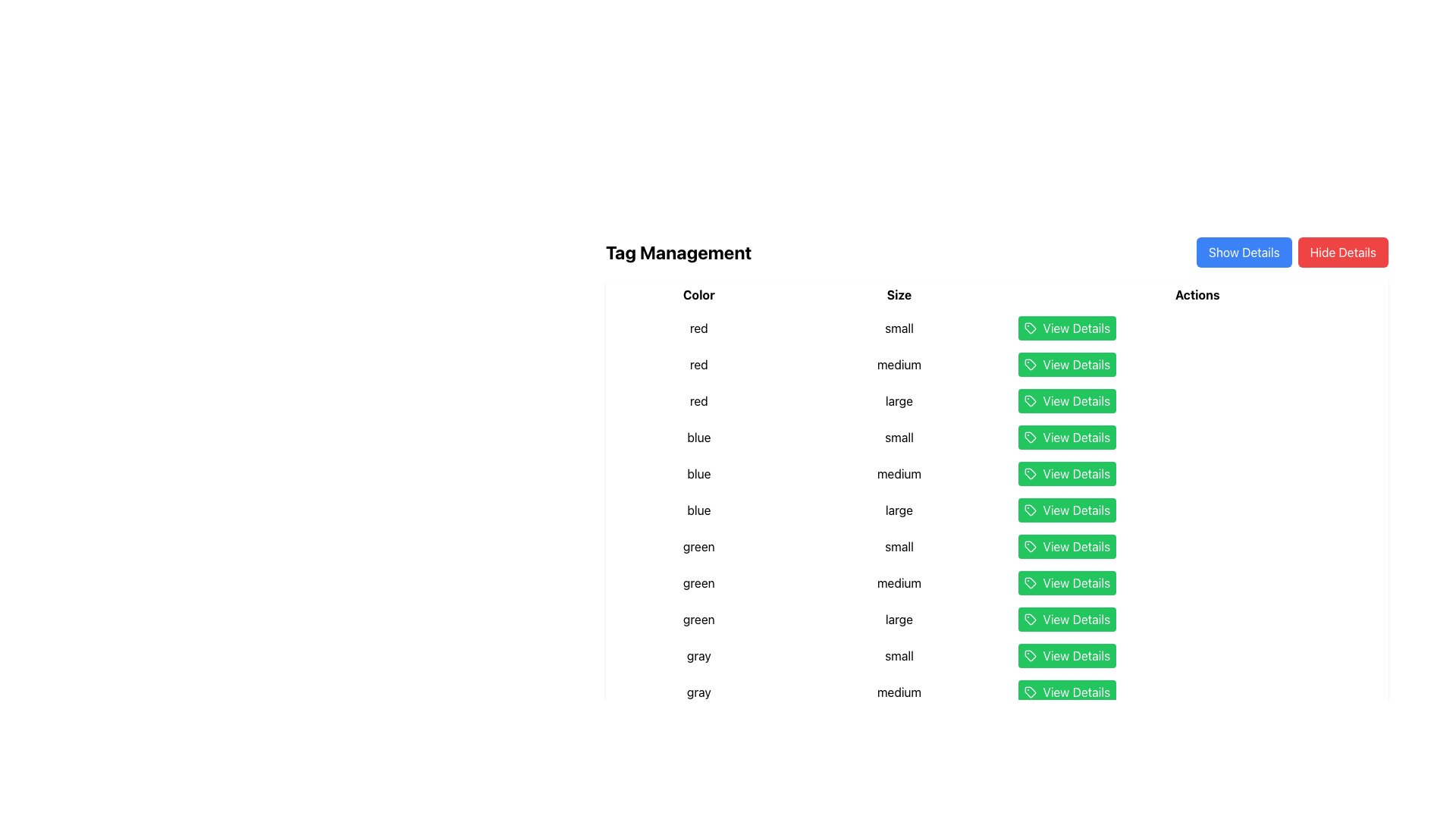 The image size is (1456, 819). I want to click on the text displaying the size value 'medium' located in the second row of the table under the 'Size' column, which is aligned with 'red' in the 'Color' column and a 'View Details' button in the 'Actions' column, so click(899, 365).